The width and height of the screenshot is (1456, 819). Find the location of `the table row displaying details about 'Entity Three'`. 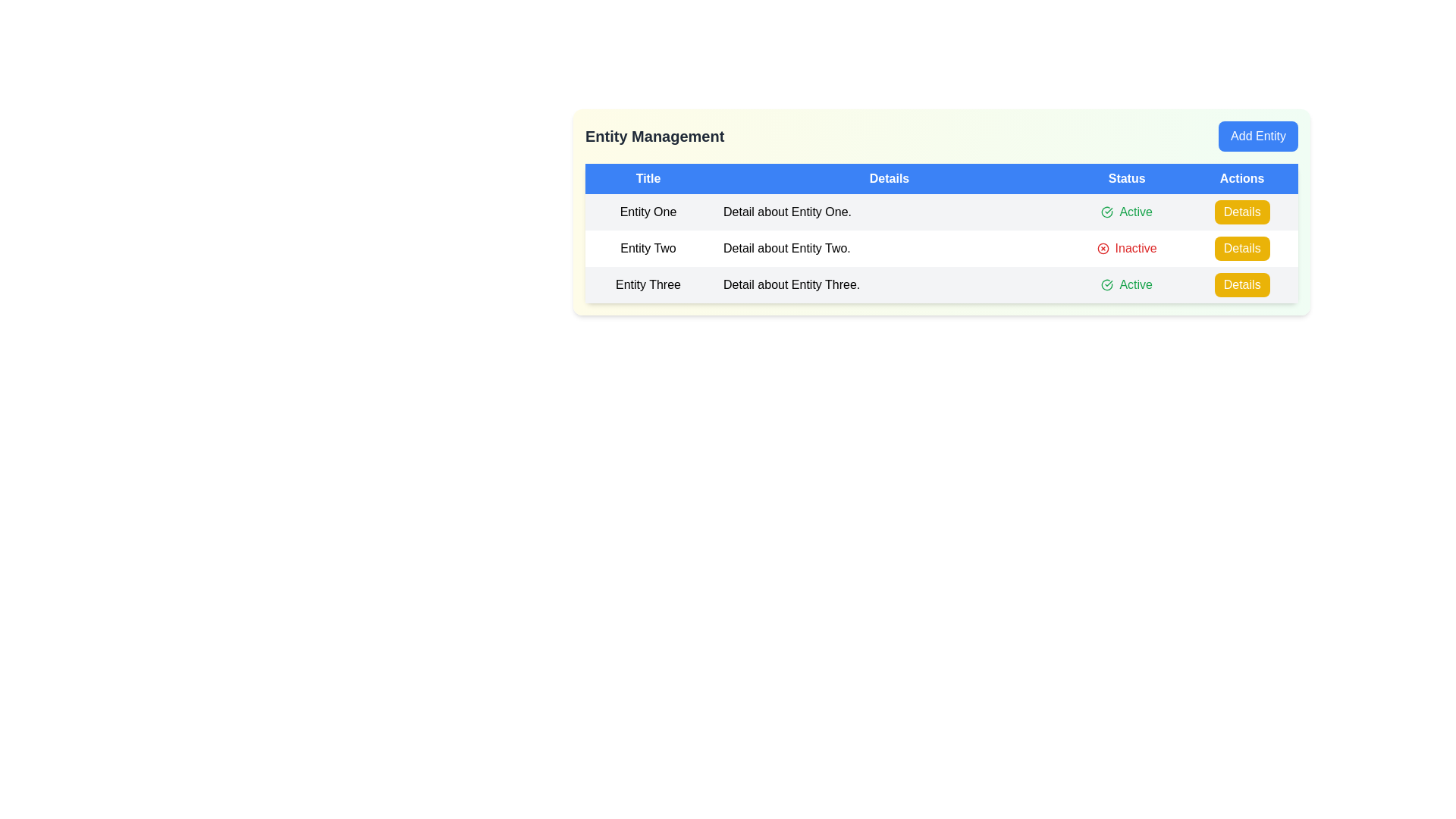

the table row displaying details about 'Entity Three' is located at coordinates (941, 284).